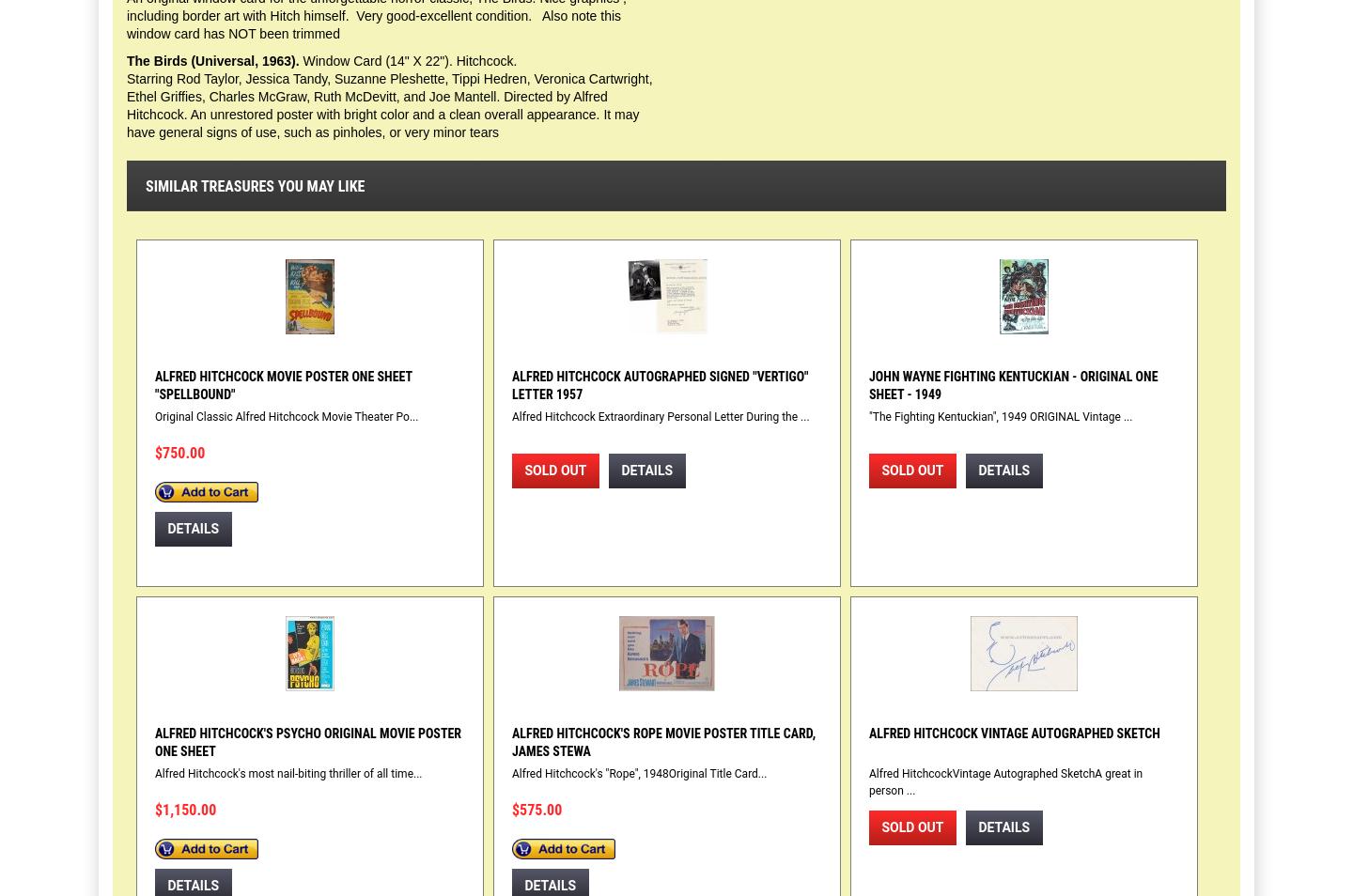 This screenshot has height=896, width=1353. What do you see at coordinates (1001, 416) in the screenshot?
I see `'"The Fighting Kentuckian", 1949
ORIGINAL Vintage ...'` at bounding box center [1001, 416].